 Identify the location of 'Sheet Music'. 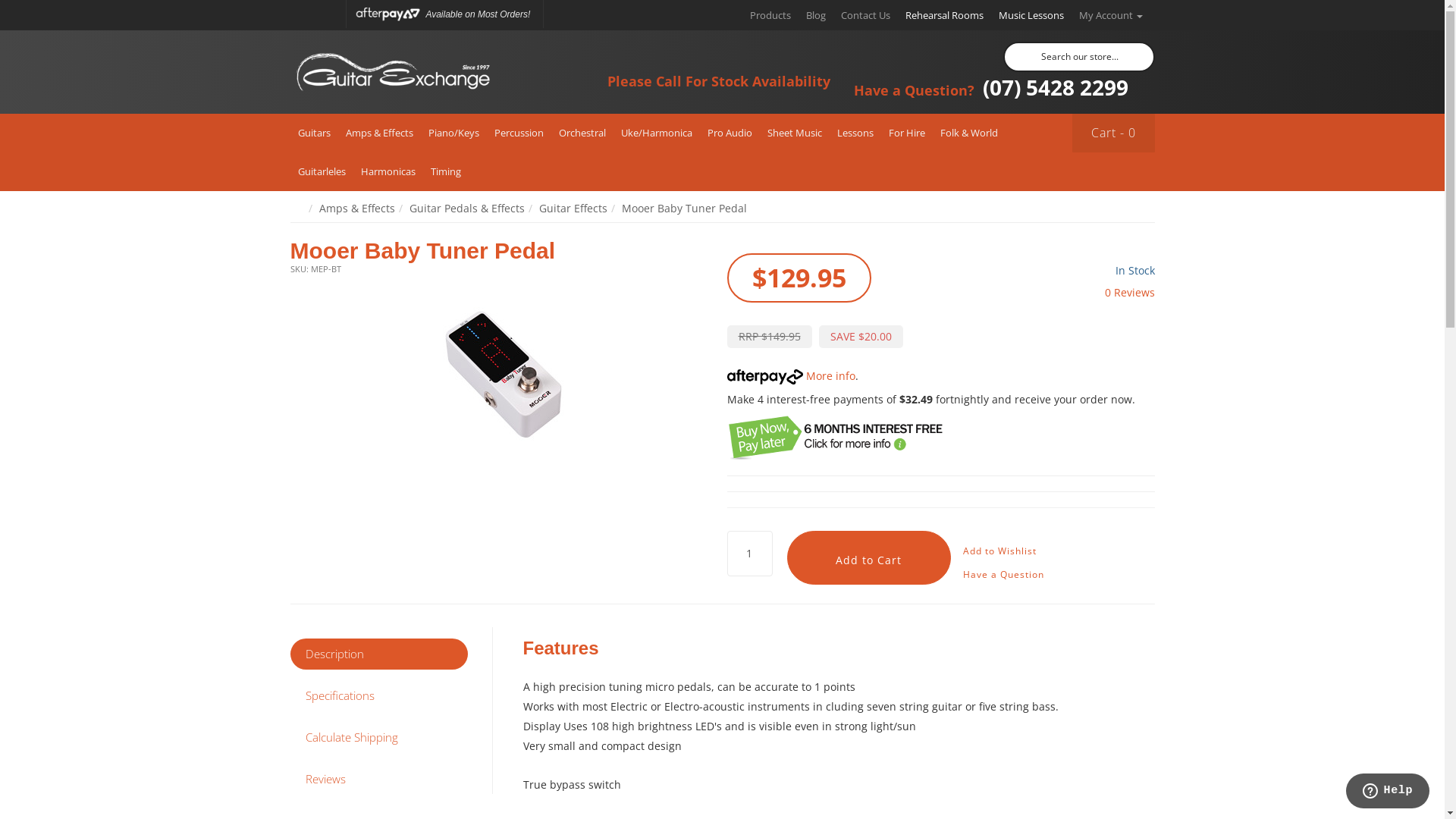
(793, 132).